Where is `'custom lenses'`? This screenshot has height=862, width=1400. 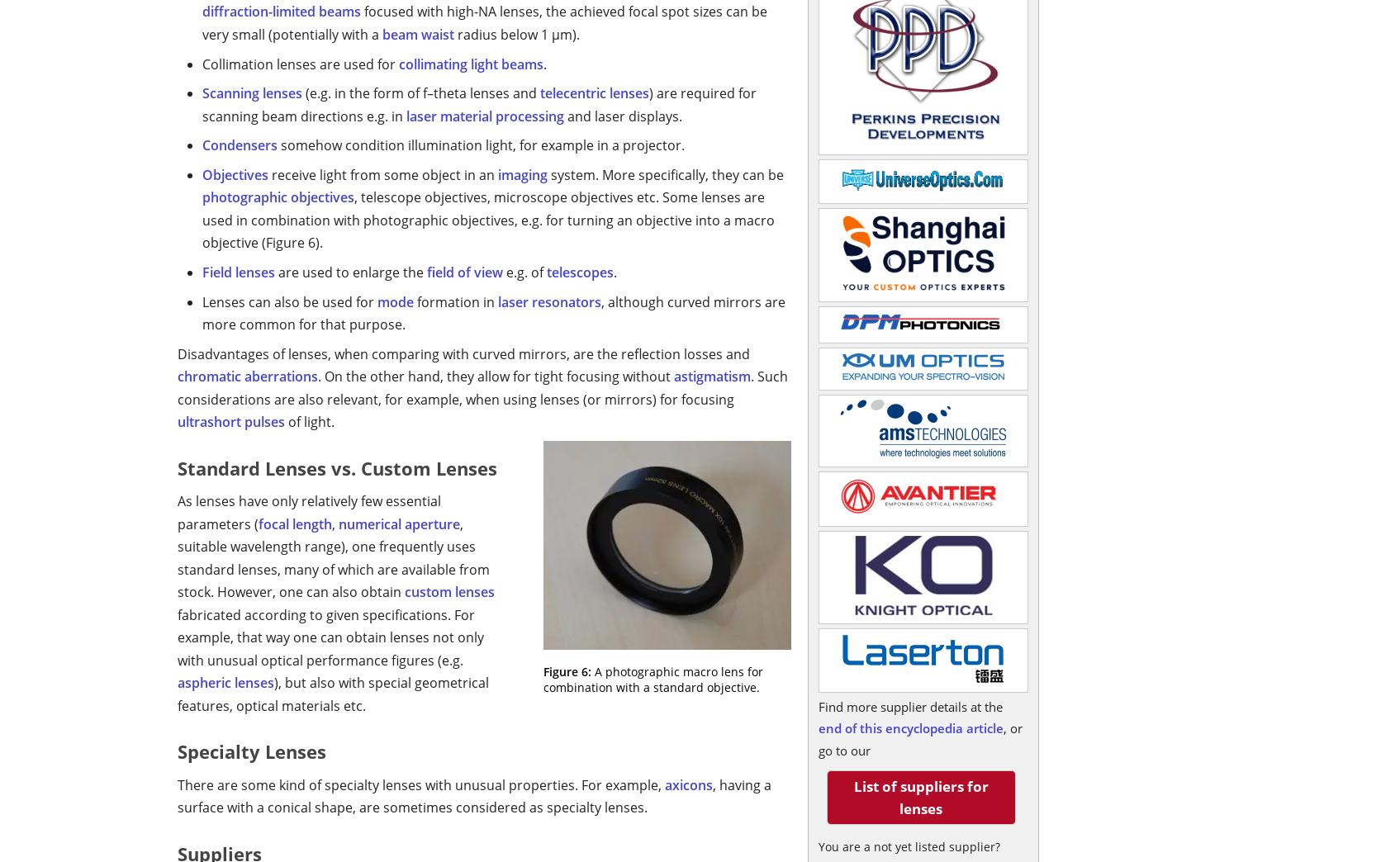 'custom lenses' is located at coordinates (449, 591).